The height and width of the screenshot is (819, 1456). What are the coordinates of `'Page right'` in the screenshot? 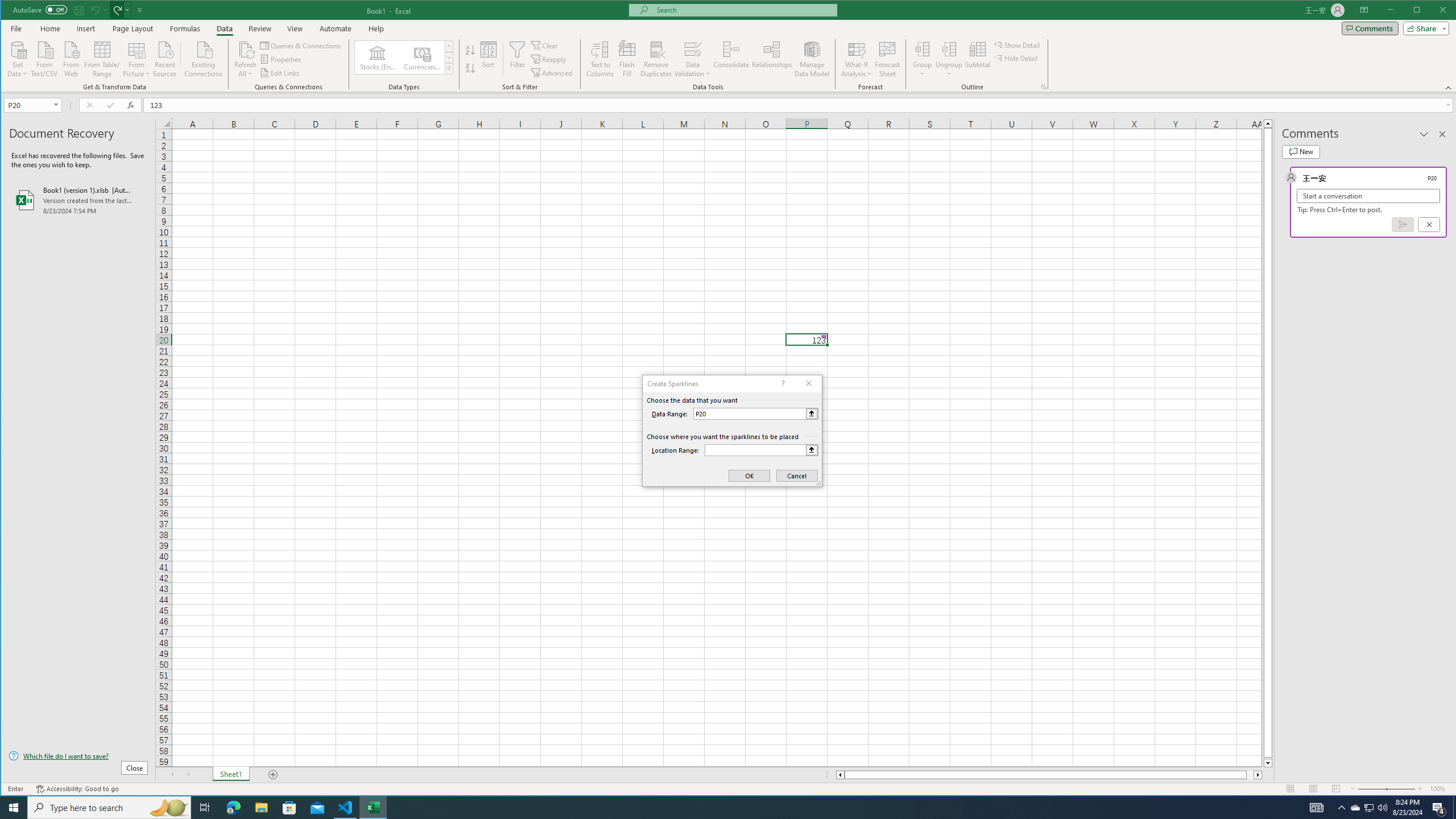 It's located at (1250, 775).